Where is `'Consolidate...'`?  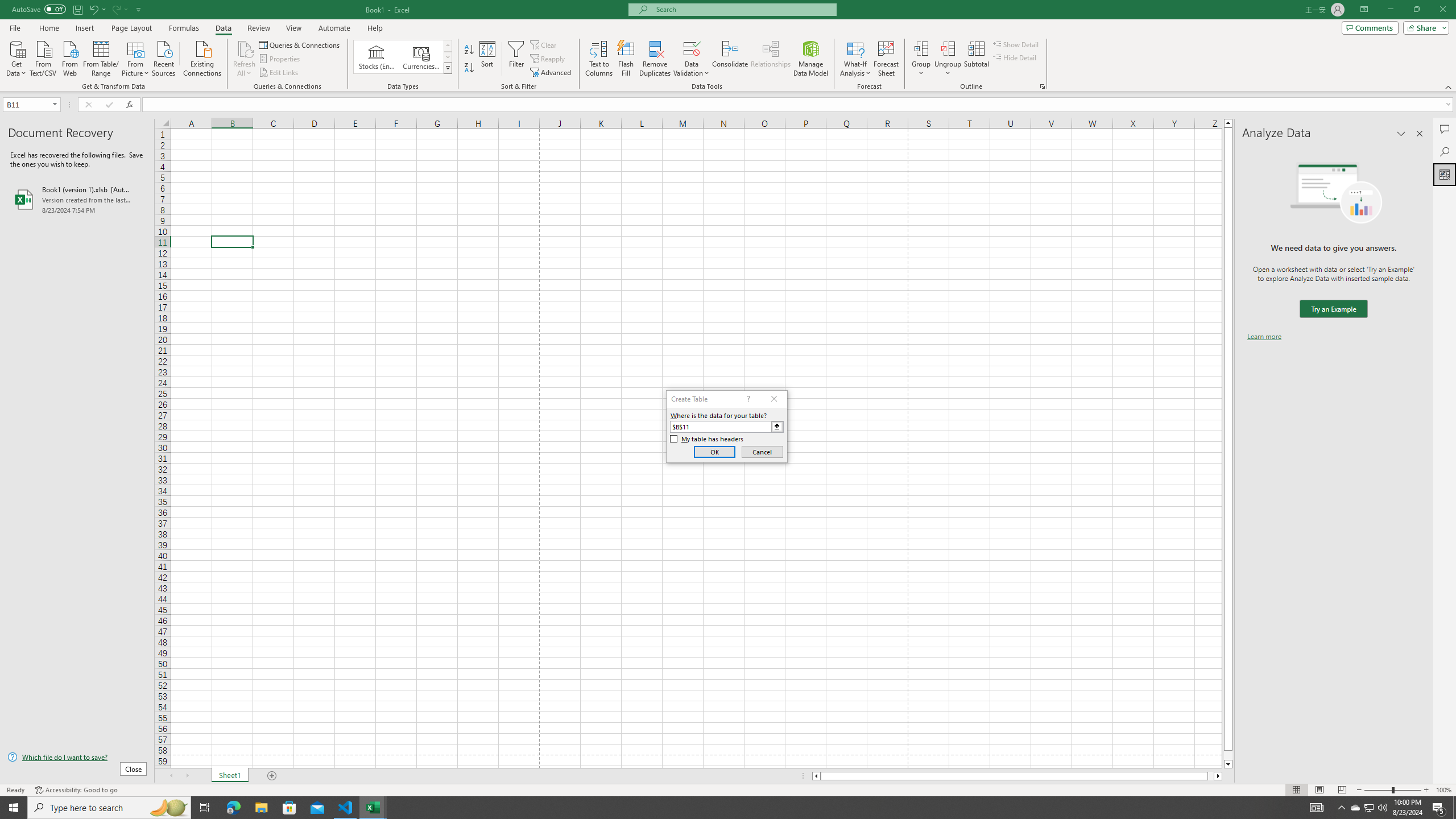
'Consolidate...' is located at coordinates (730, 59).